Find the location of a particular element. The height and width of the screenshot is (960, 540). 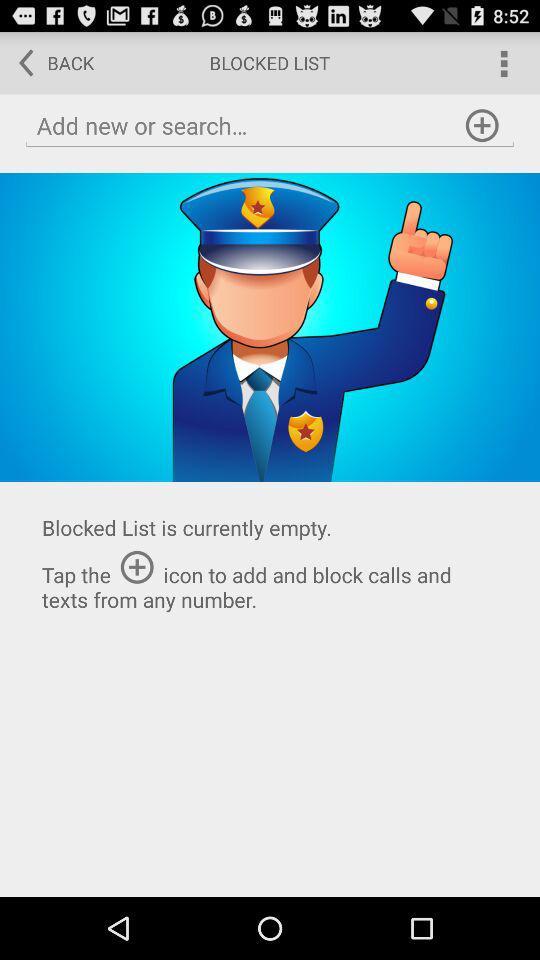

search term is located at coordinates (270, 125).